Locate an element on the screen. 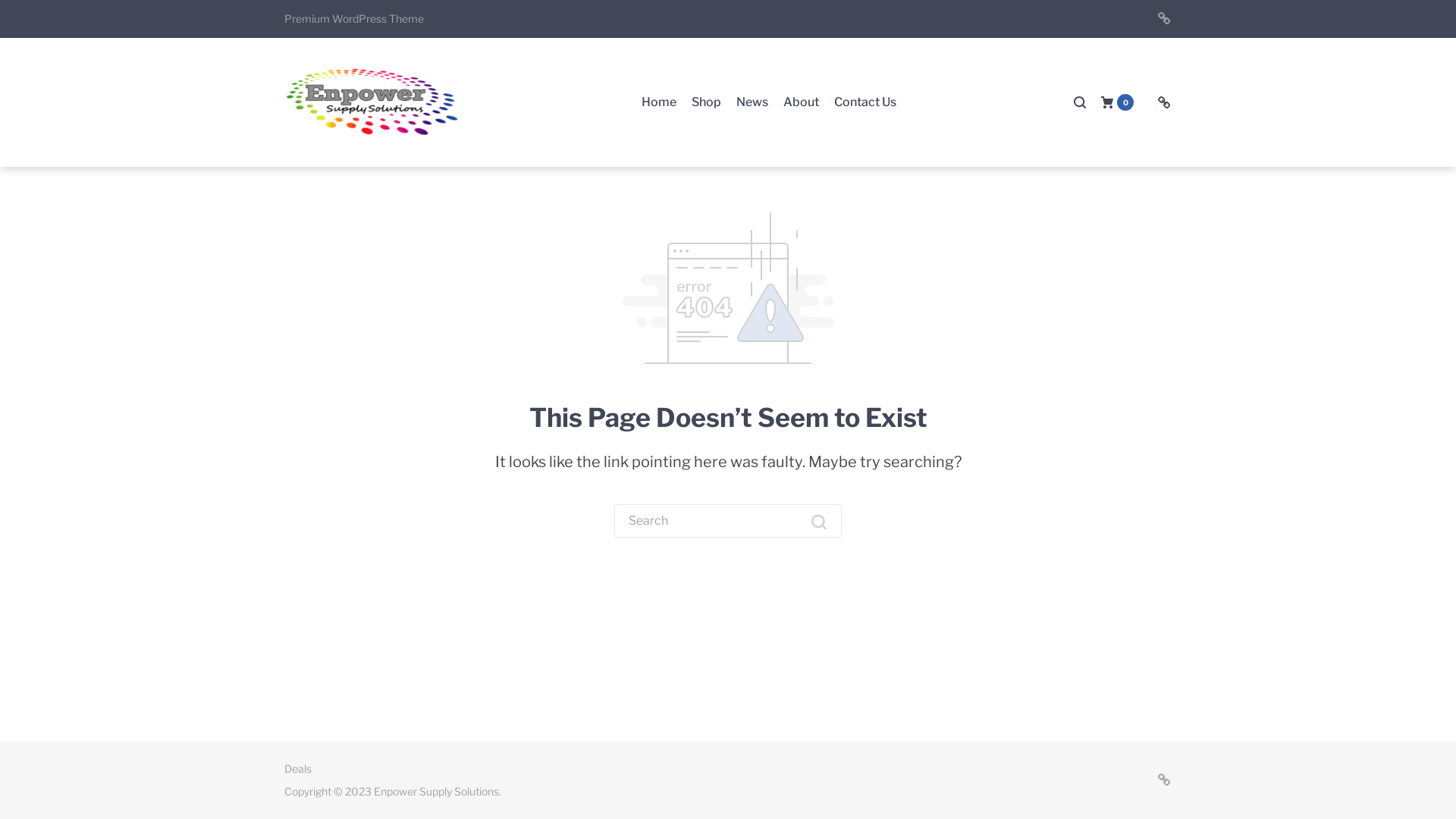  'News' is located at coordinates (752, 102).